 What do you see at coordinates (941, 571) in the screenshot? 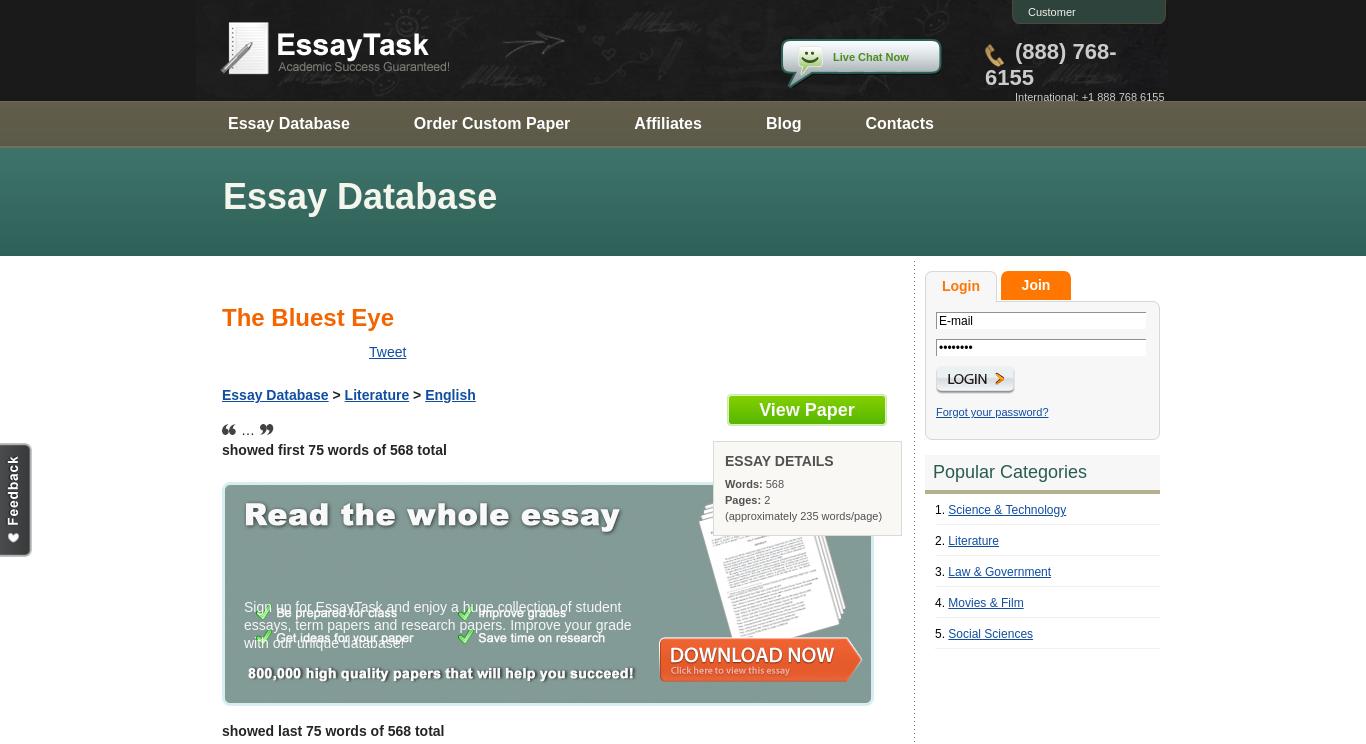
I see `'3.'` at bounding box center [941, 571].